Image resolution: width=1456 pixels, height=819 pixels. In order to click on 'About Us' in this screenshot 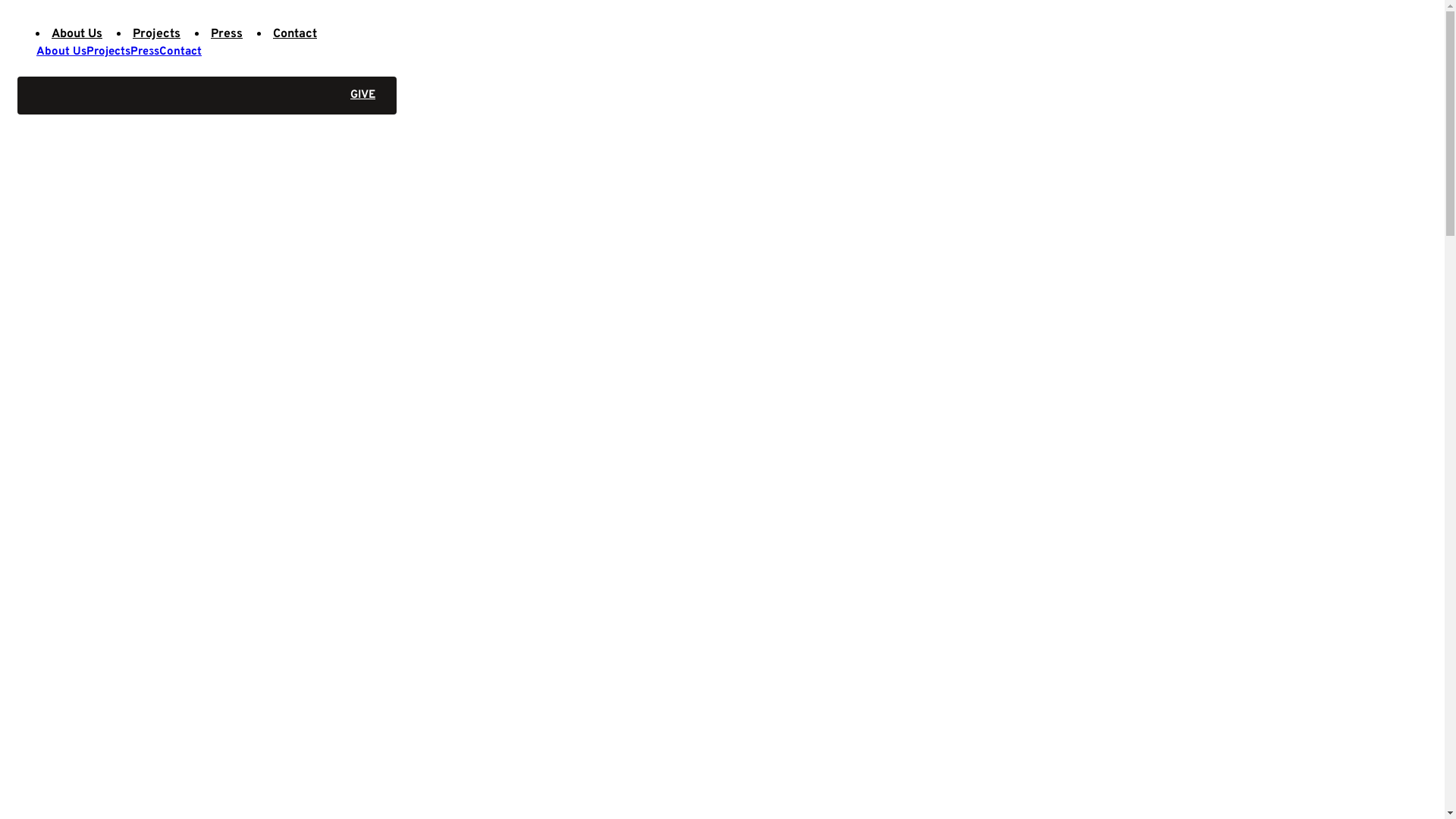, I will do `click(76, 34)`.